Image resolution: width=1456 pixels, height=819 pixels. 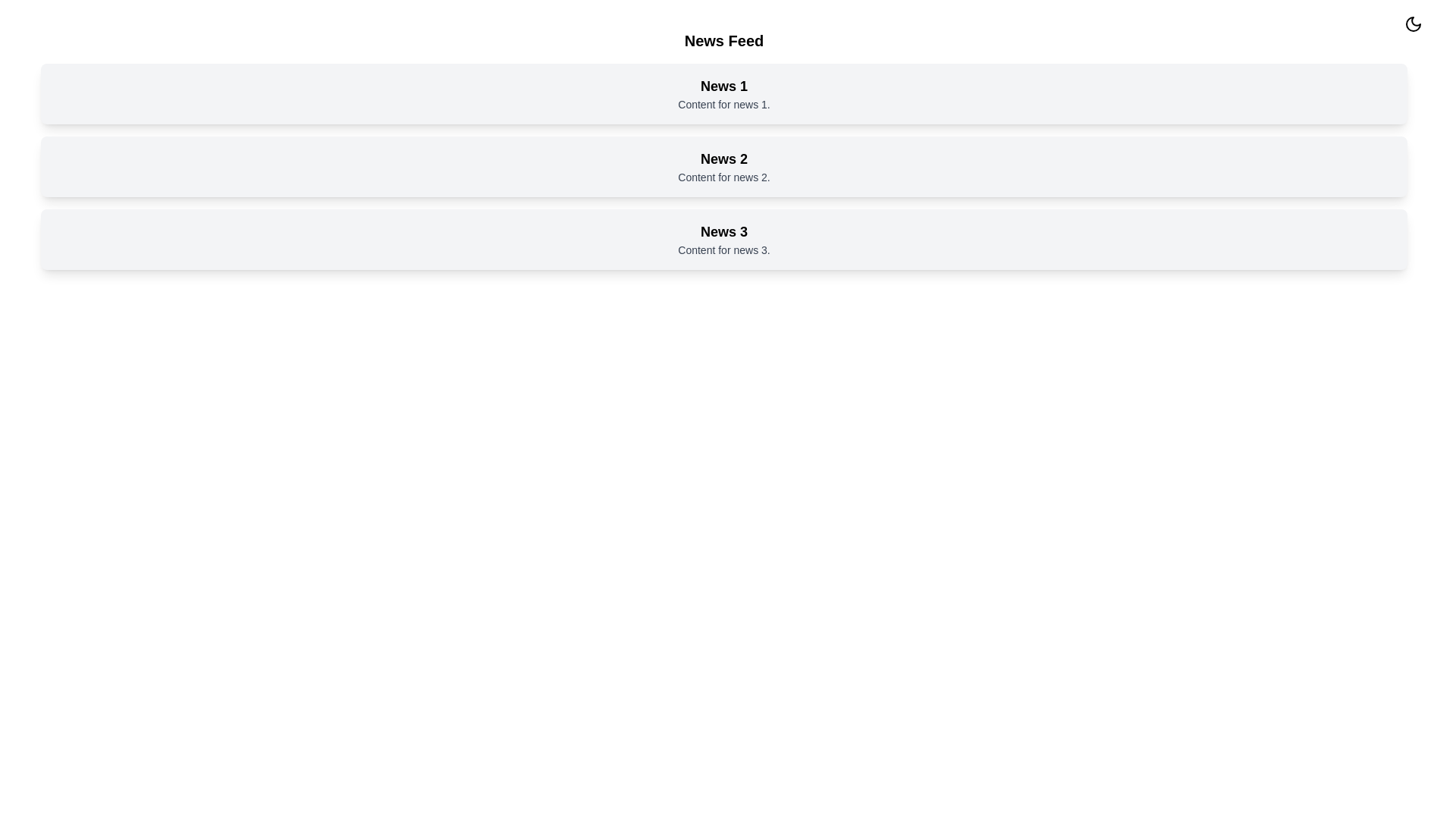 I want to click on content displayed in the Content Card titled 'News 1', which is the first item in the list below the 'News Feed' header, so click(x=723, y=93).